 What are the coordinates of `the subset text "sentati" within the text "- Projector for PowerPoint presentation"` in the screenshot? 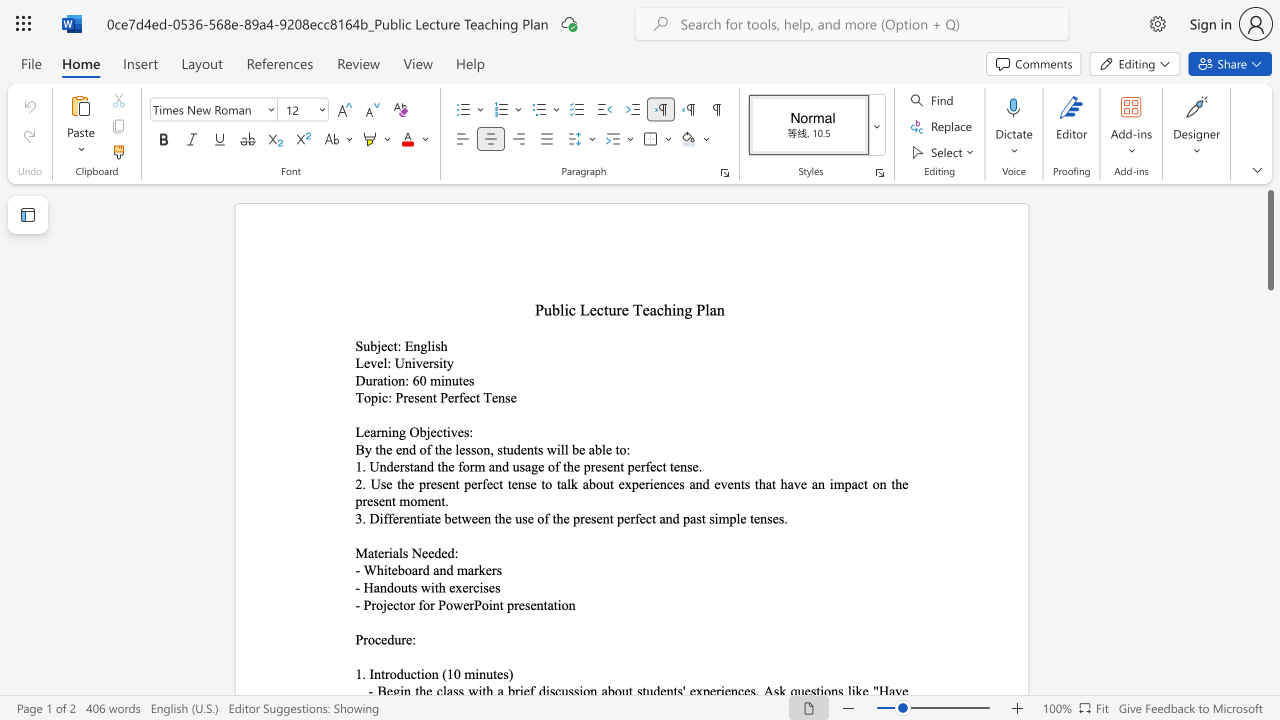 It's located at (525, 604).